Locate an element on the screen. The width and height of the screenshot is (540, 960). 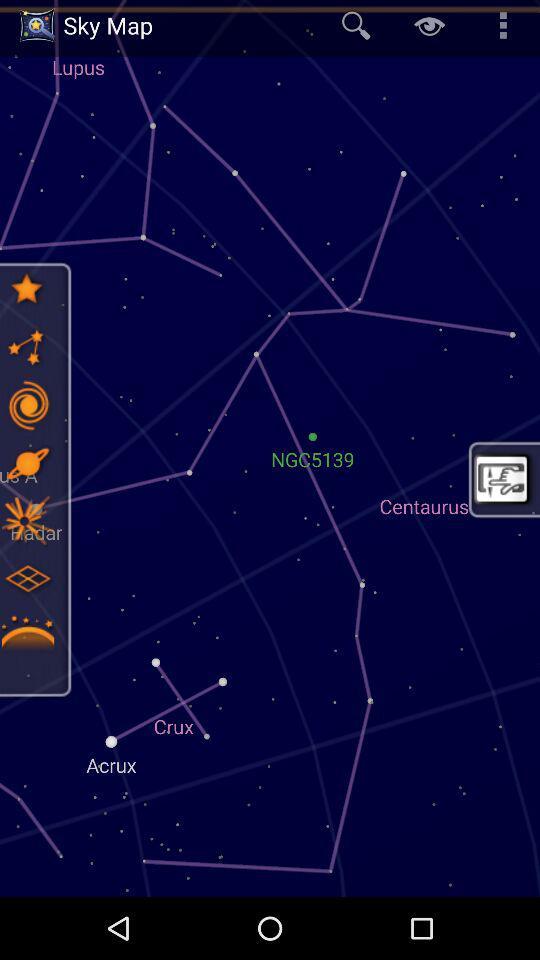
important to know is located at coordinates (26, 636).